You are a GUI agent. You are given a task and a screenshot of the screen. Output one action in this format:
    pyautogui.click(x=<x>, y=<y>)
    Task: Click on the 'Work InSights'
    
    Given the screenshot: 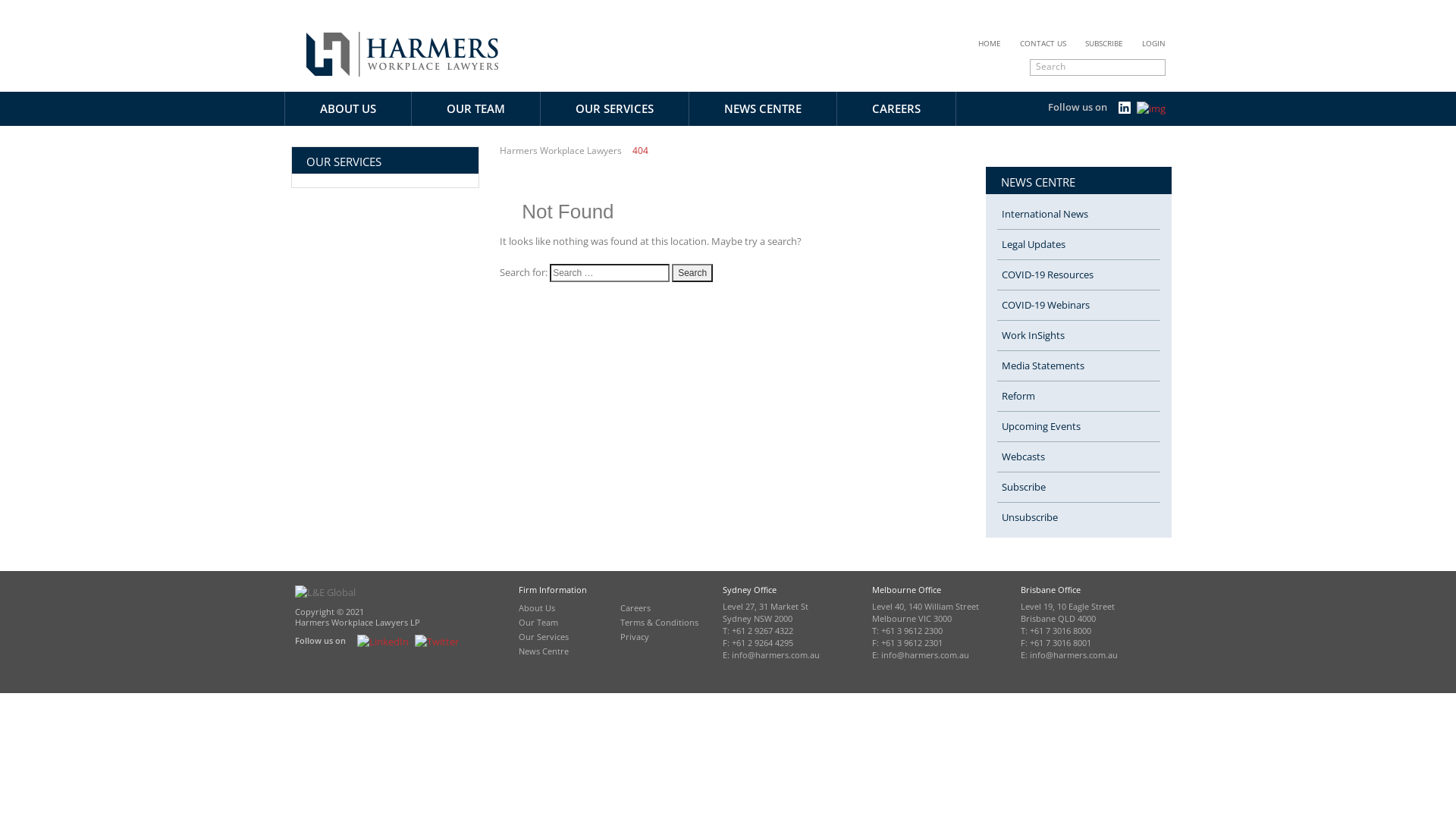 What is the action you would take?
    pyautogui.click(x=1078, y=335)
    